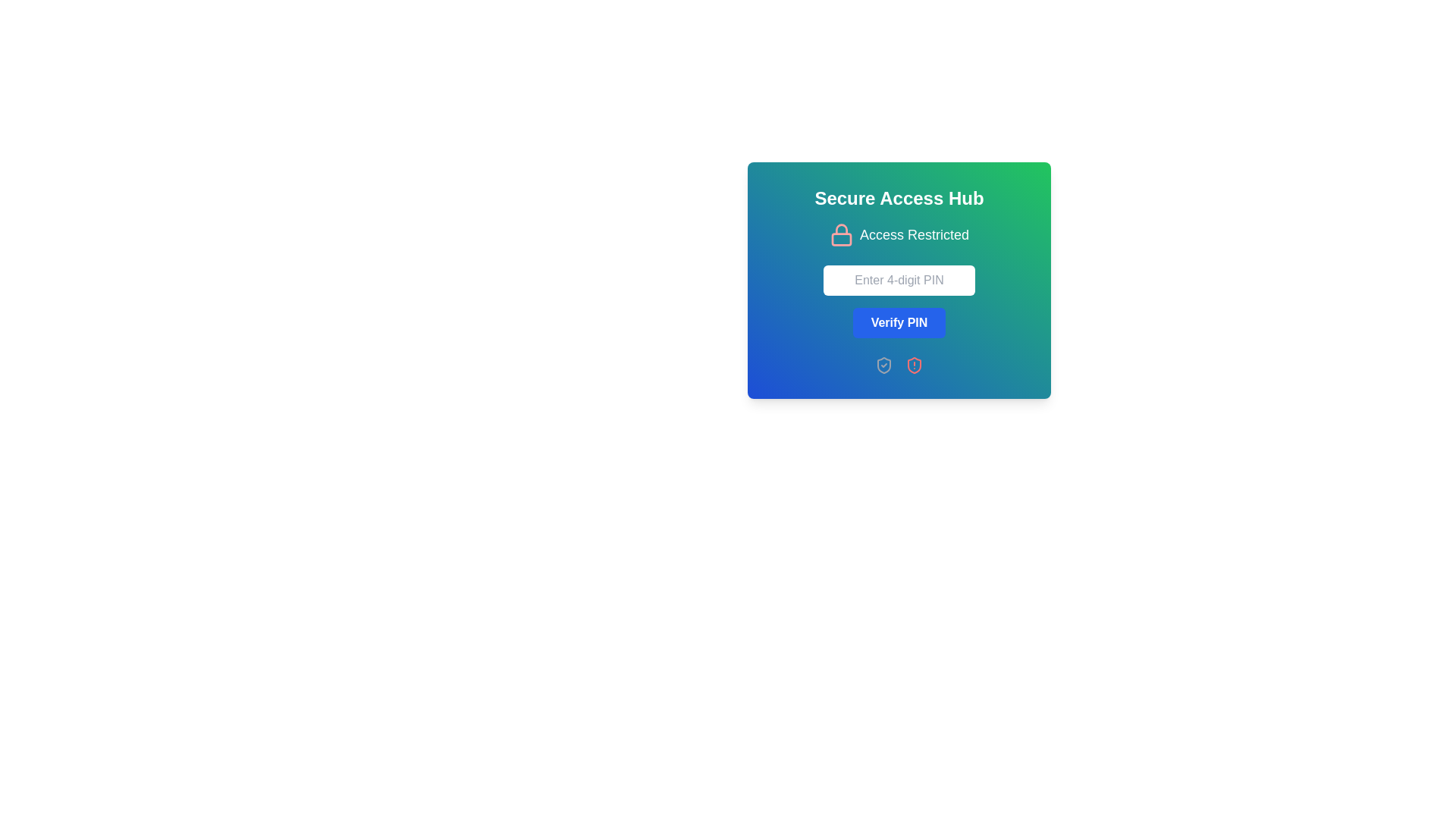 The image size is (1456, 819). Describe the element at coordinates (884, 366) in the screenshot. I see `the shield icon with a check mark in the center, styled with a gray color and a rounded stroke outline, located in the 'Secure Access Hub' modal, to the left of the shield icon with an alert mark` at that location.